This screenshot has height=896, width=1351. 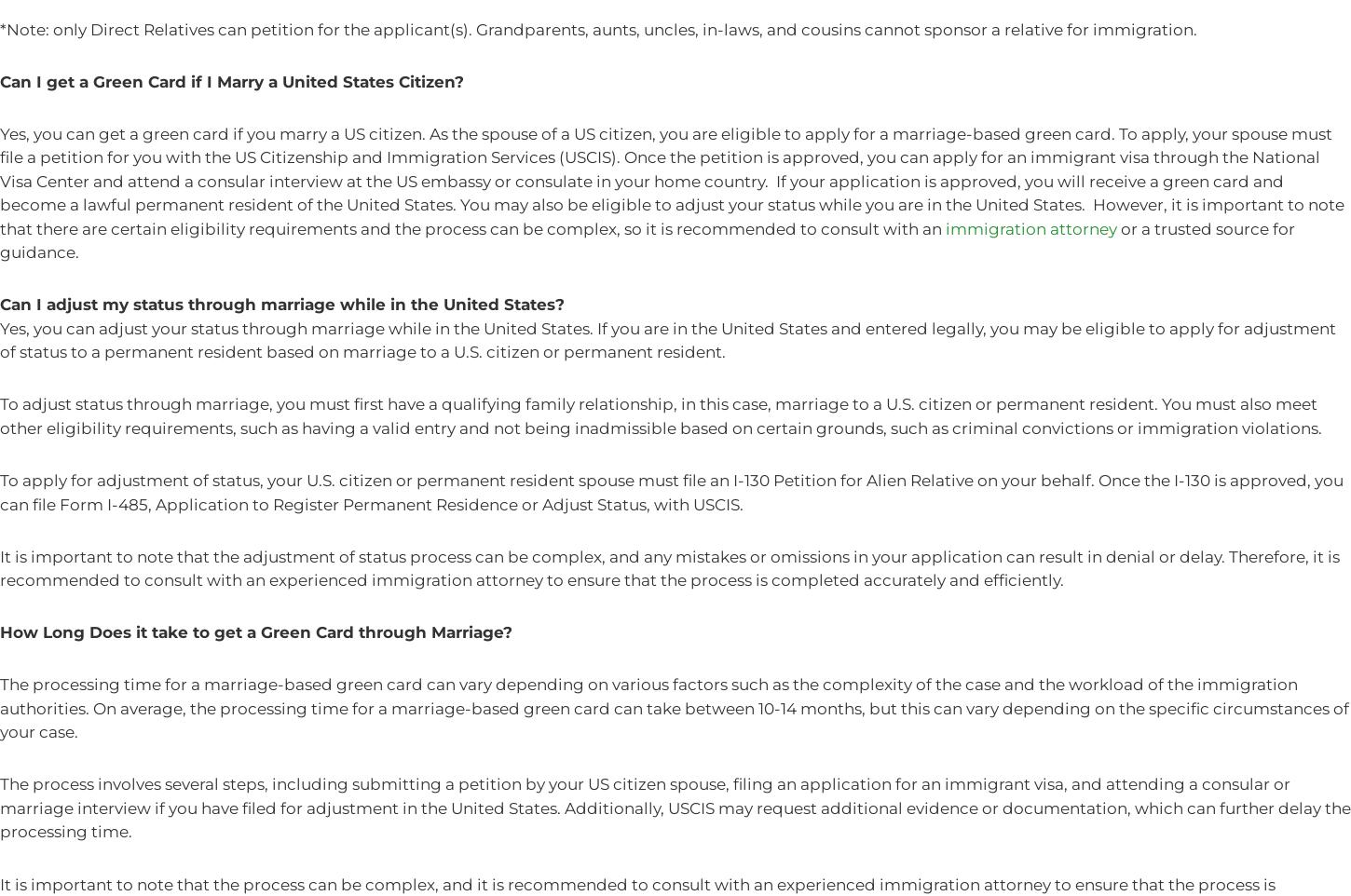 I want to click on 'The processing time for a marriage-based green card can vary depending on various factors such as the complexity of the case and the workload of the immigration authorities. On average, the processing time for a marriage-based green card can take between 10-14 months, but this can vary depending on the specific circumstances of your case.', so click(x=673, y=708).